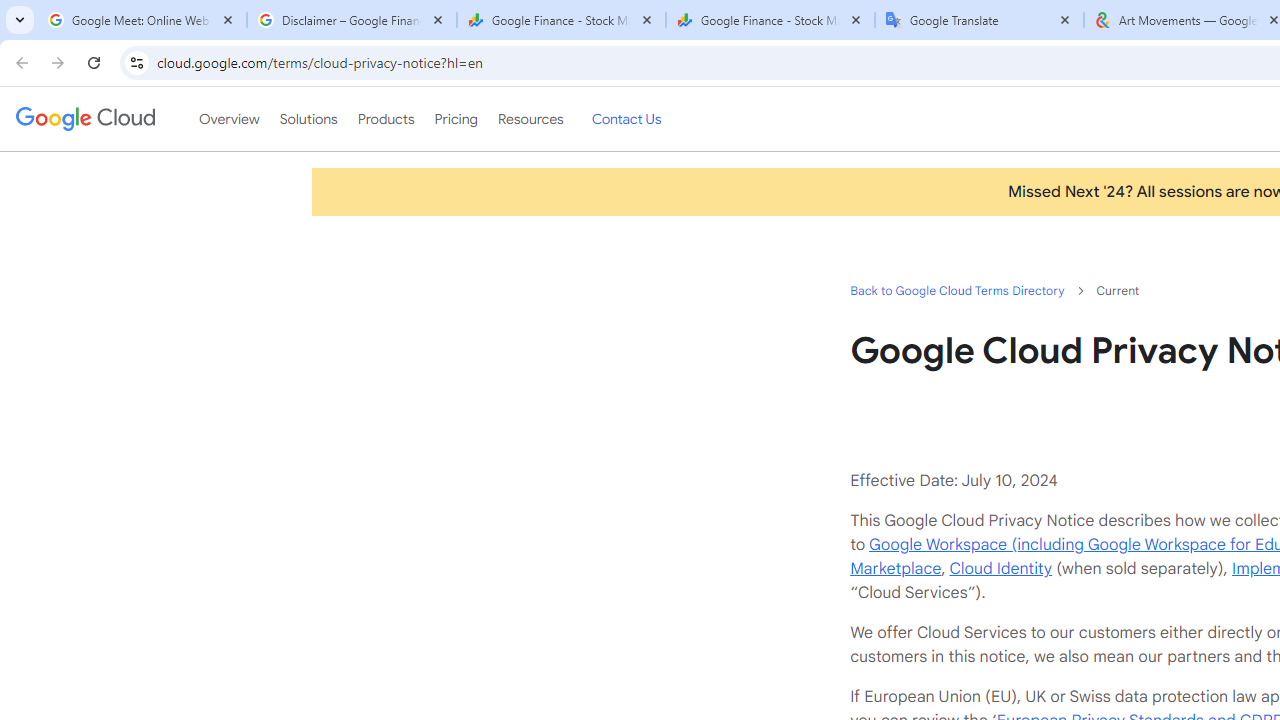  Describe the element at coordinates (956, 290) in the screenshot. I see `'Back to Google Cloud Terms Directory'` at that location.